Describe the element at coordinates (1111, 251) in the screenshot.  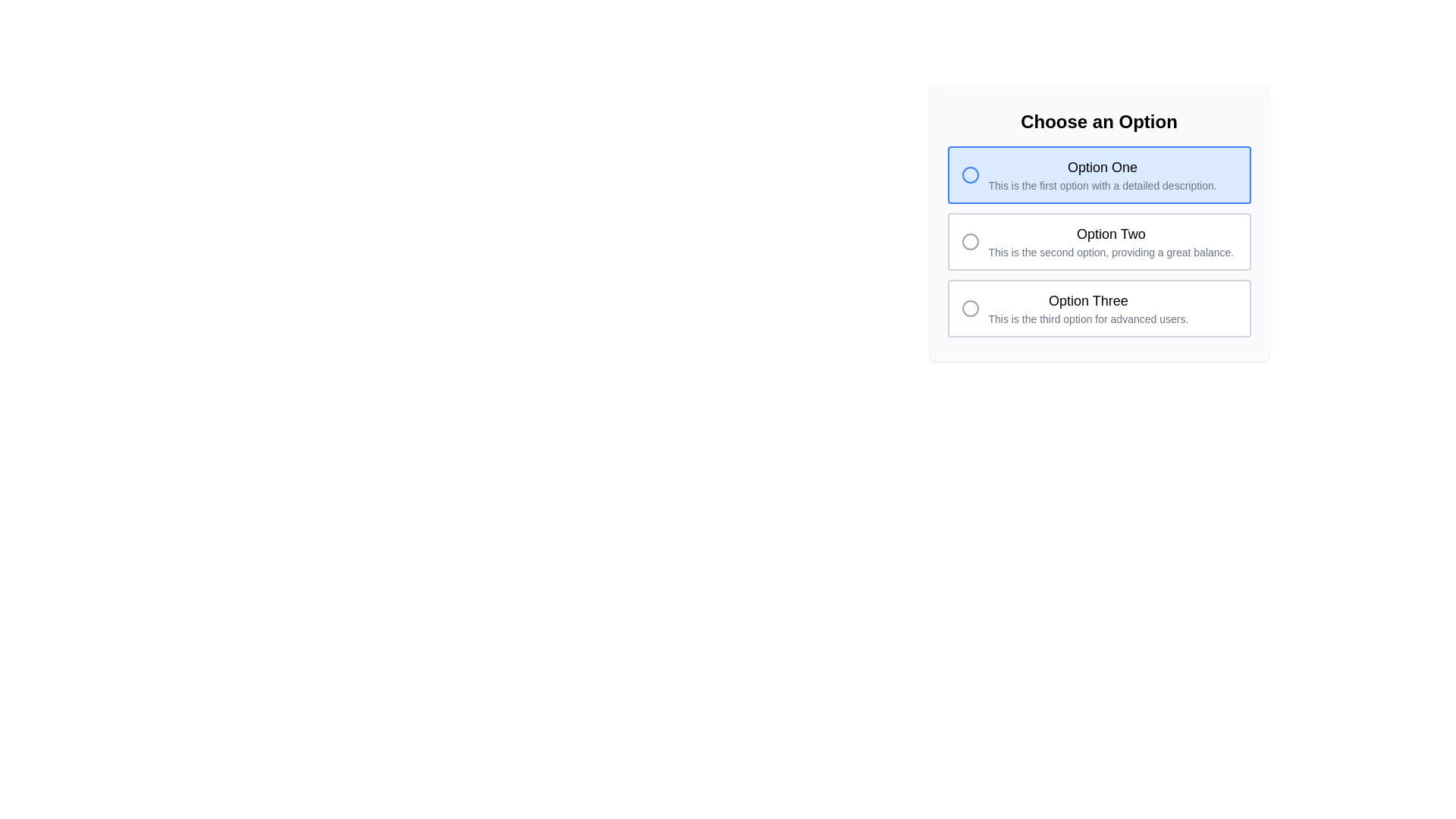
I see `the text label reading 'This is the second option, providing a great balance.' located below the title 'Option Two'` at that location.